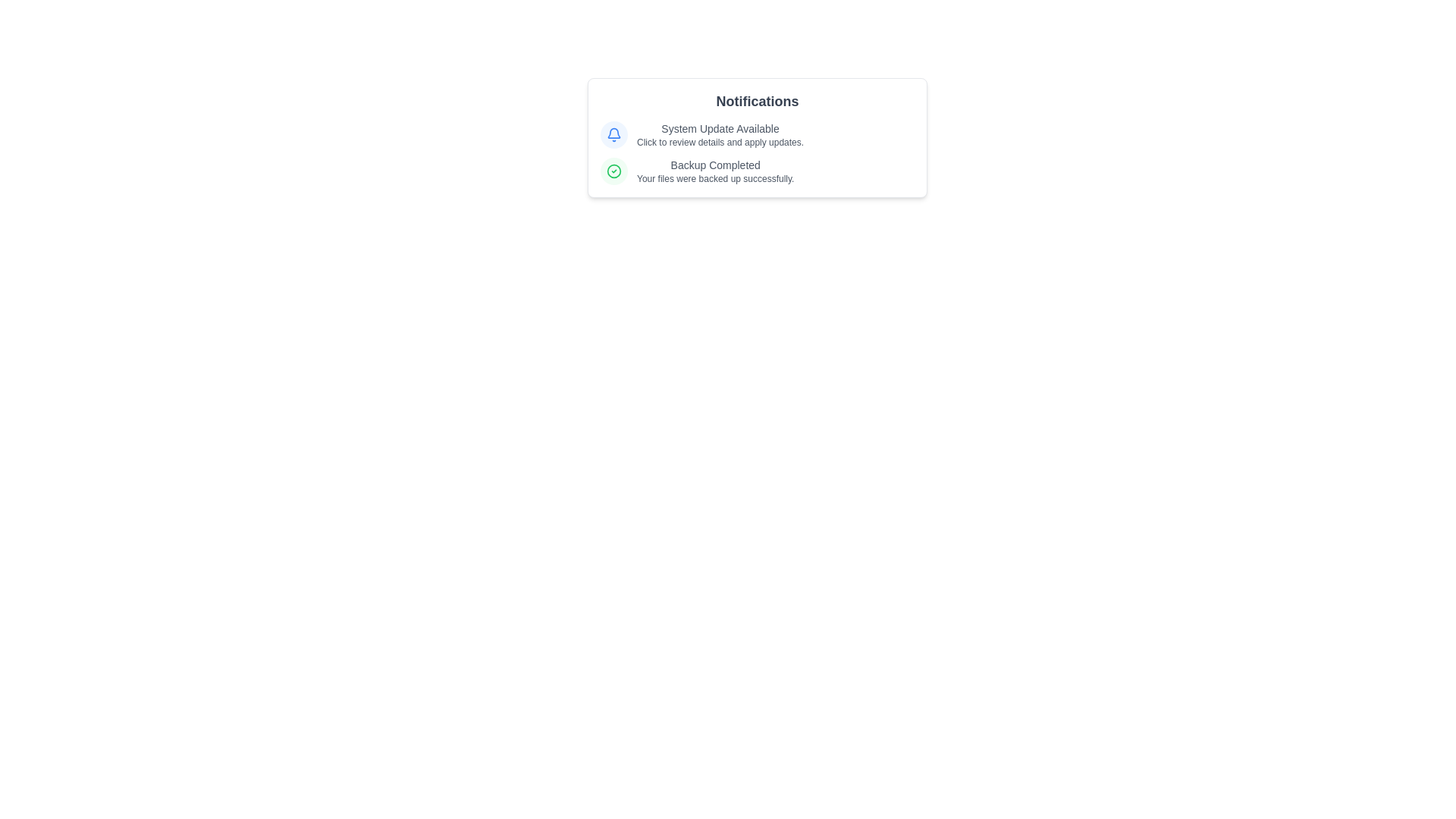 The width and height of the screenshot is (1456, 819). I want to click on the text label that says 'Click to review details and apply updates.', which is styled in light gray and positioned directly below the 'System Update Available' text, so click(720, 143).